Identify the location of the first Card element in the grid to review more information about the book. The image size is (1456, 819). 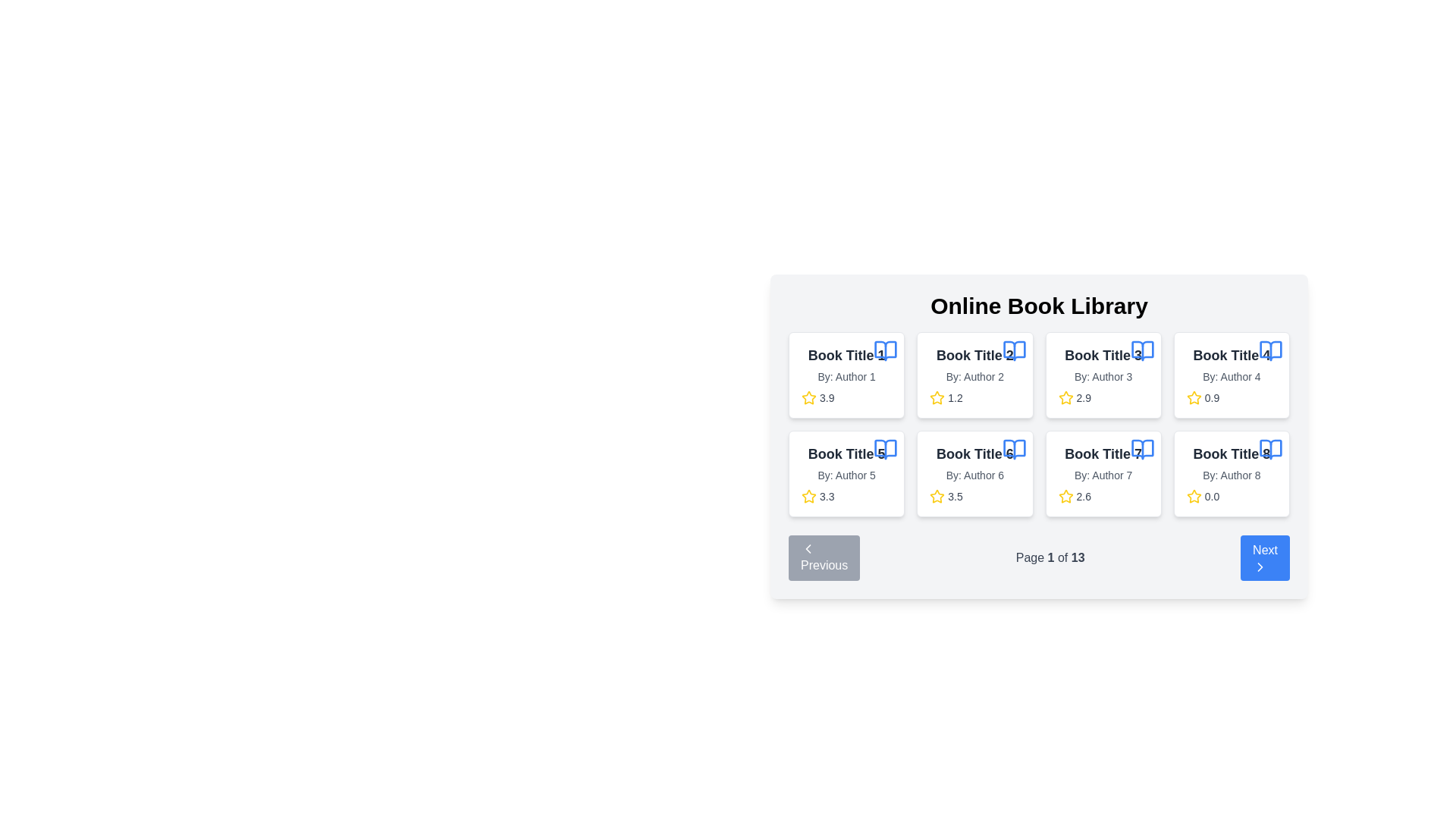
(846, 375).